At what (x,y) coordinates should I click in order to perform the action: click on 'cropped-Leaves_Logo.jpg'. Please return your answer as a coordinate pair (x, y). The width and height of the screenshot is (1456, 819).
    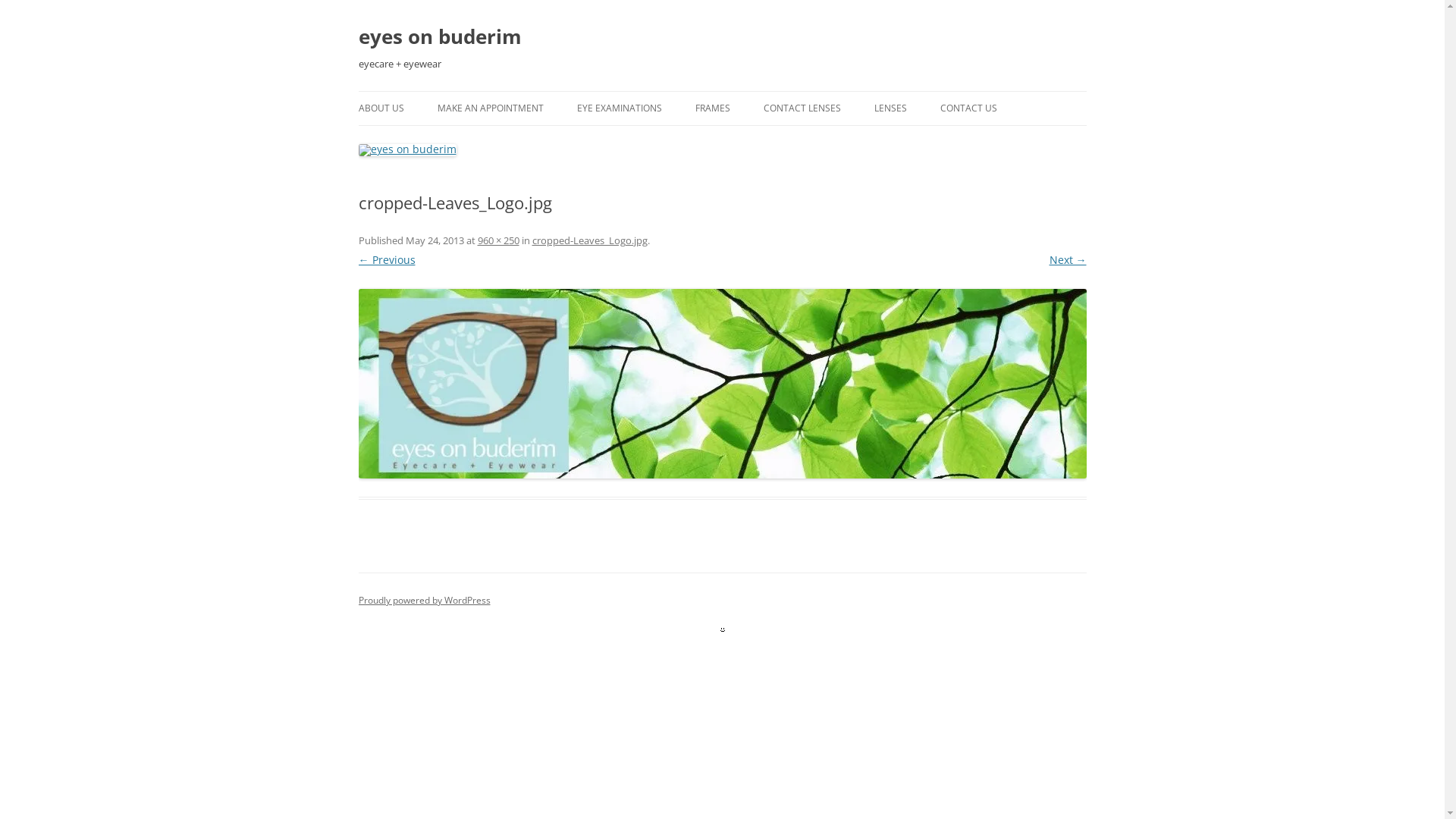
    Looking at the image, I should click on (720, 382).